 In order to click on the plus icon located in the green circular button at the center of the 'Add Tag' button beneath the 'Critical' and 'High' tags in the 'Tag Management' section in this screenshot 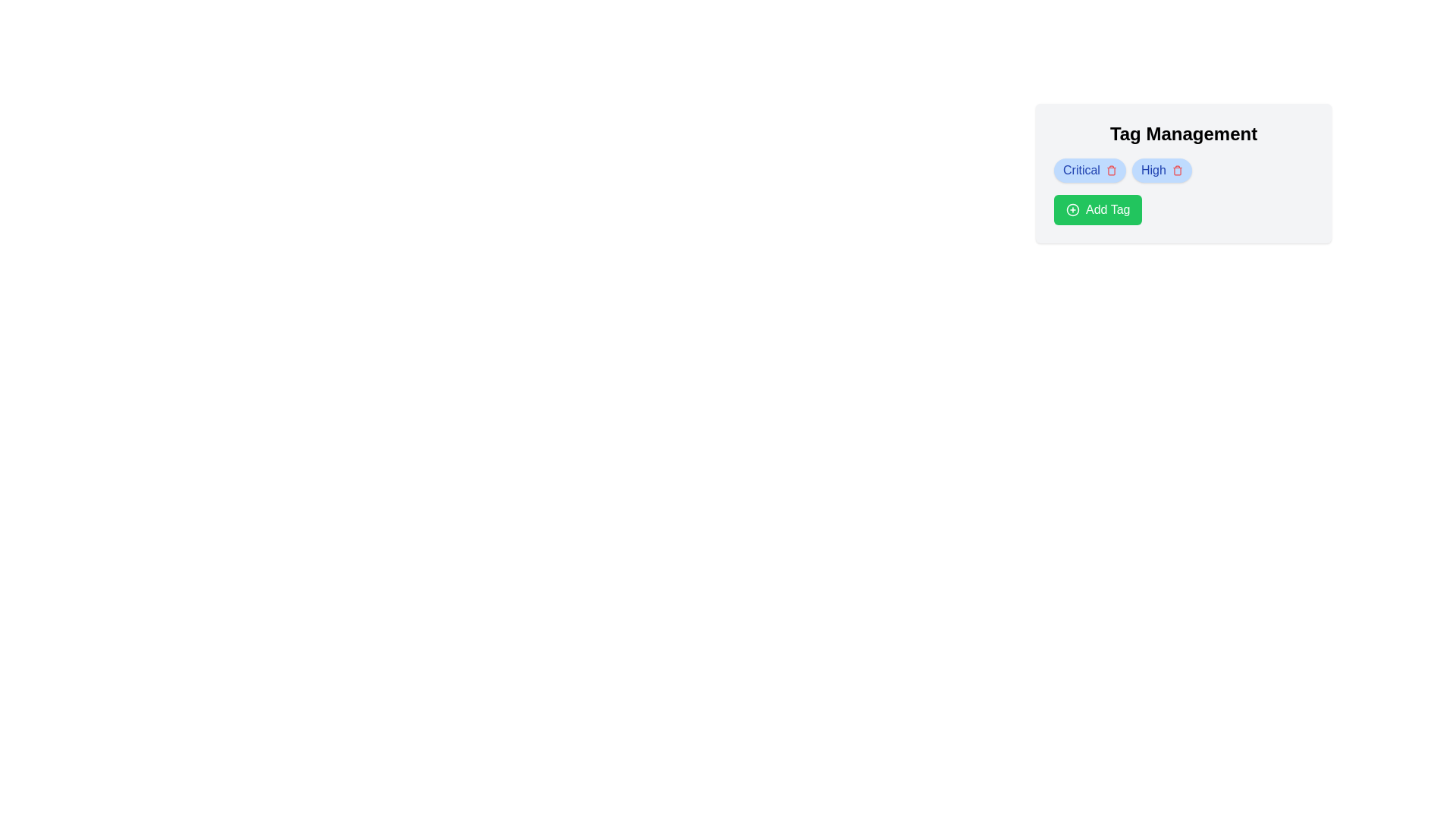, I will do `click(1072, 210)`.